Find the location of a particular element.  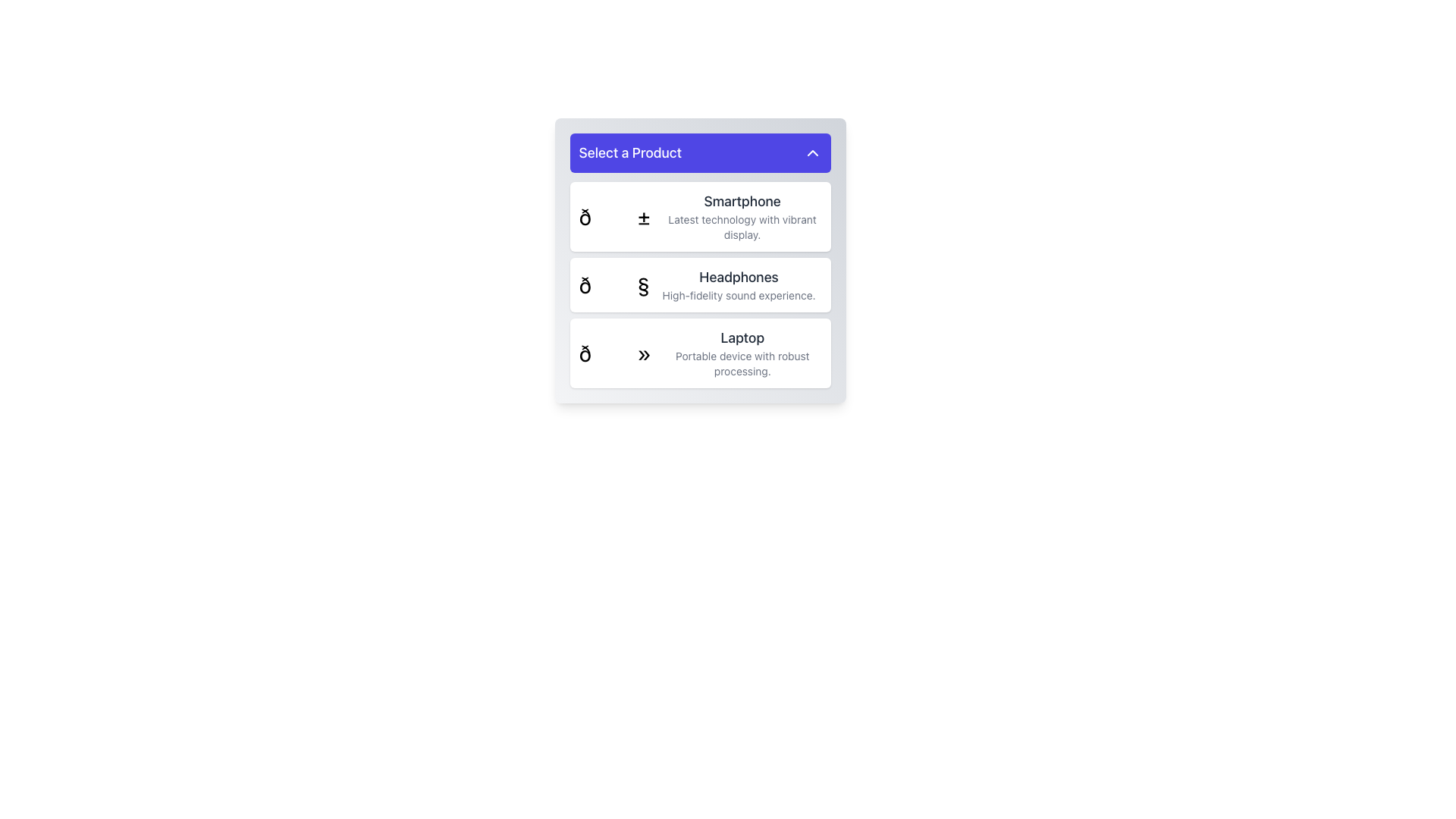

the second item in the vertical selection menu, which features a headphone icon and the title 'Headphones' is located at coordinates (699, 284).